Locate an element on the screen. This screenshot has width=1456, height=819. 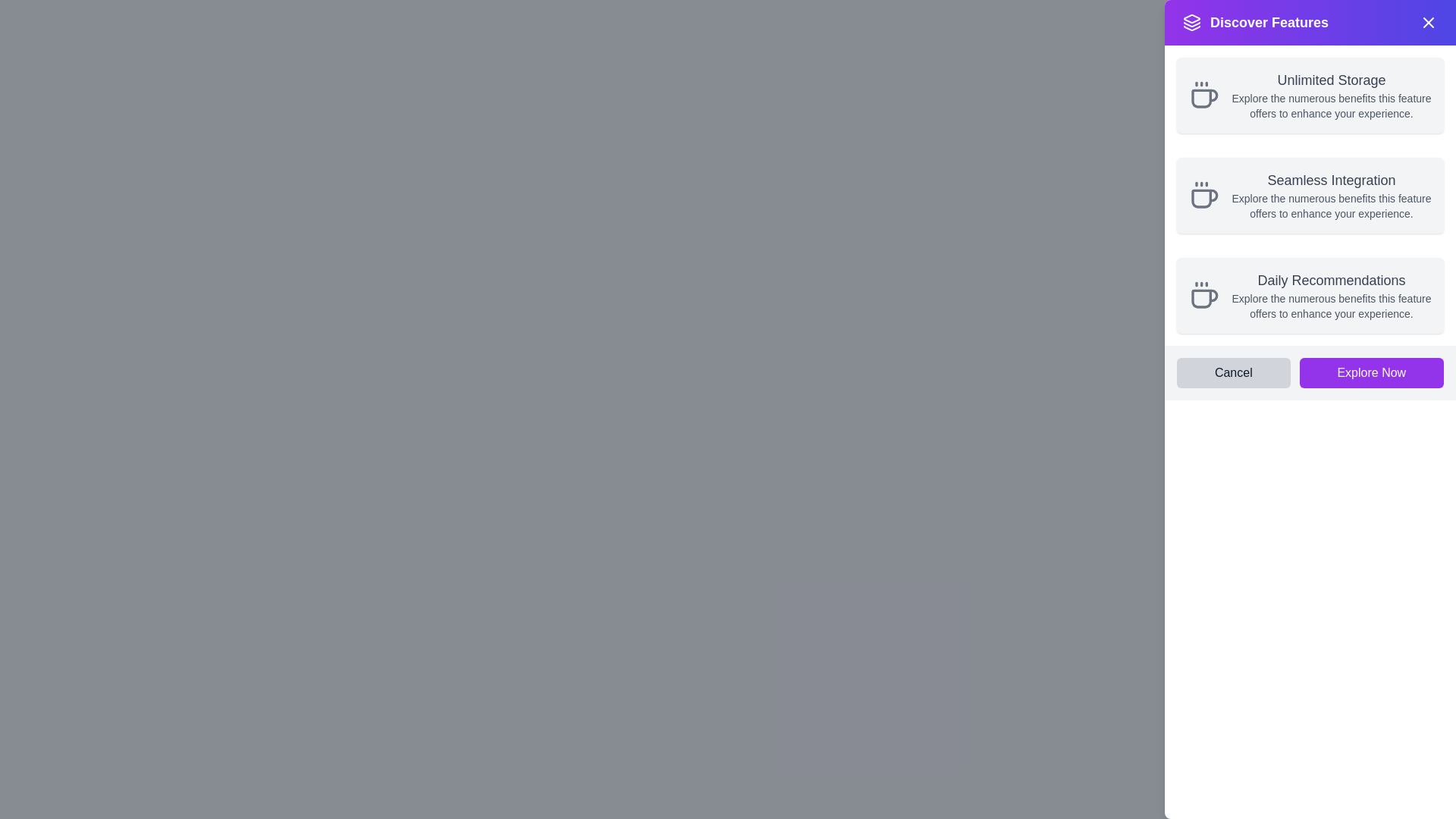
the coffee mug icon with steam lines above it, located beside the 'Seamless Integration' text in the second card of the 'Discover Features' section is located at coordinates (1203, 195).